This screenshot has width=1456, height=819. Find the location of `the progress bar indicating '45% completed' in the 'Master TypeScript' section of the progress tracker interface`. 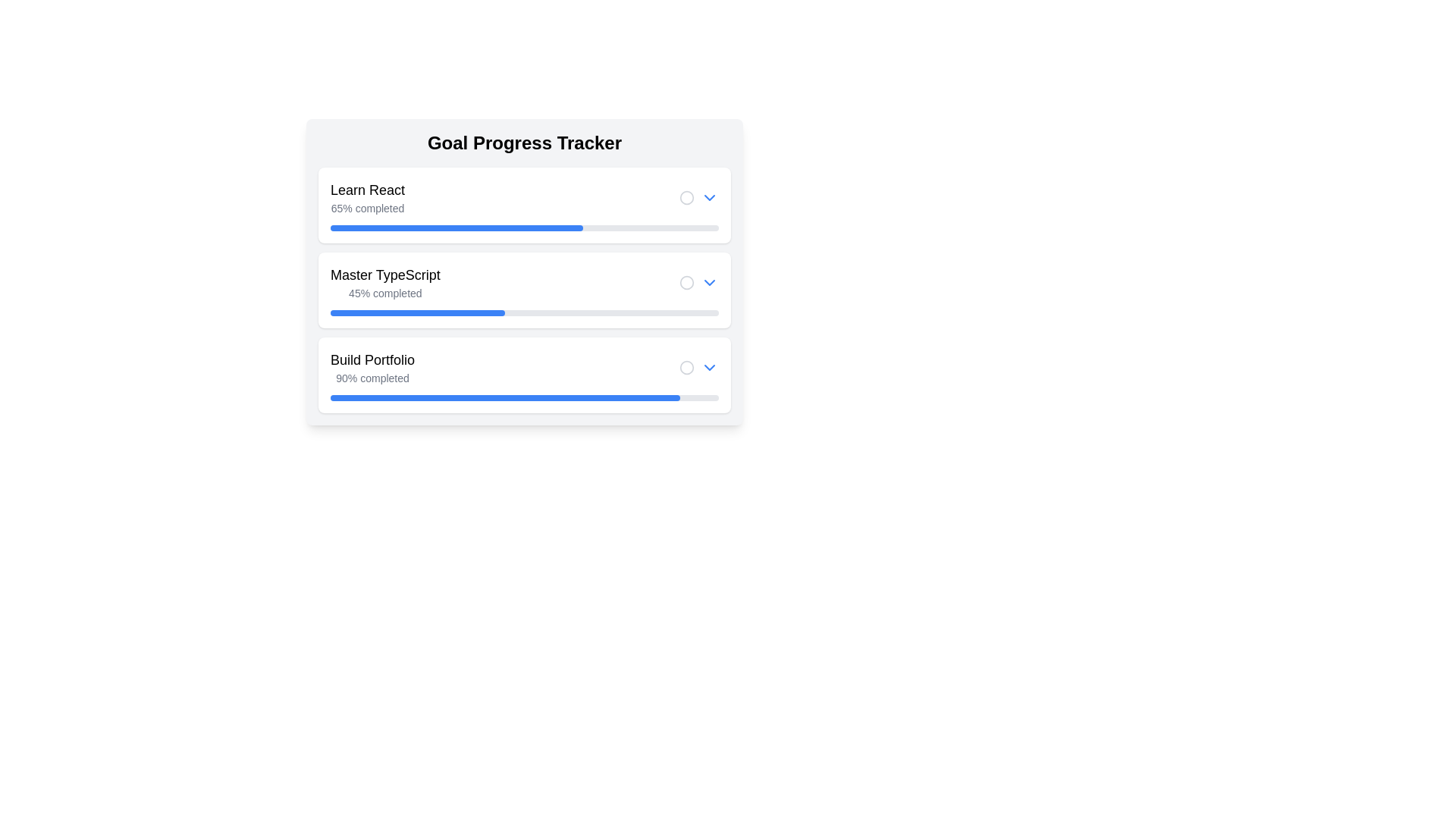

the progress bar indicating '45% completed' in the 'Master TypeScript' section of the progress tracker interface is located at coordinates (524, 312).